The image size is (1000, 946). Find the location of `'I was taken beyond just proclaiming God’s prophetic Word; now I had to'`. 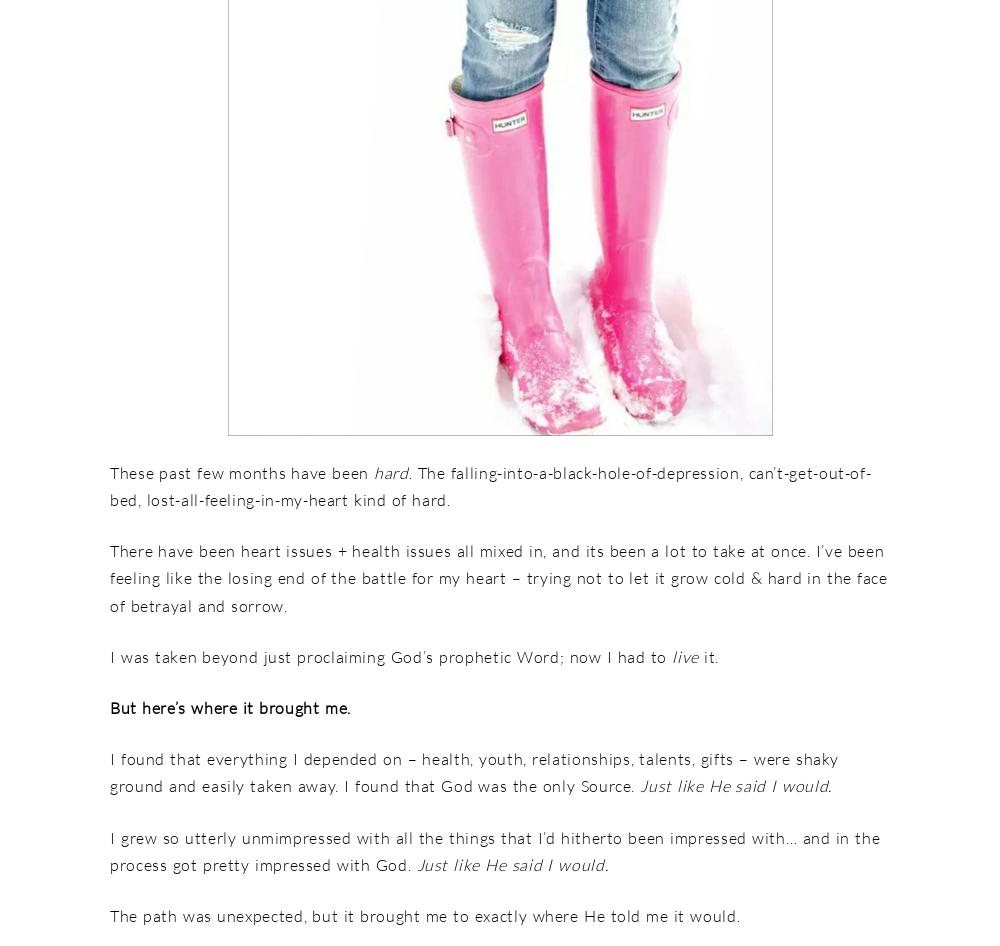

'I was taken beyond just proclaiming God’s prophetic Word; now I had to' is located at coordinates (391, 655).